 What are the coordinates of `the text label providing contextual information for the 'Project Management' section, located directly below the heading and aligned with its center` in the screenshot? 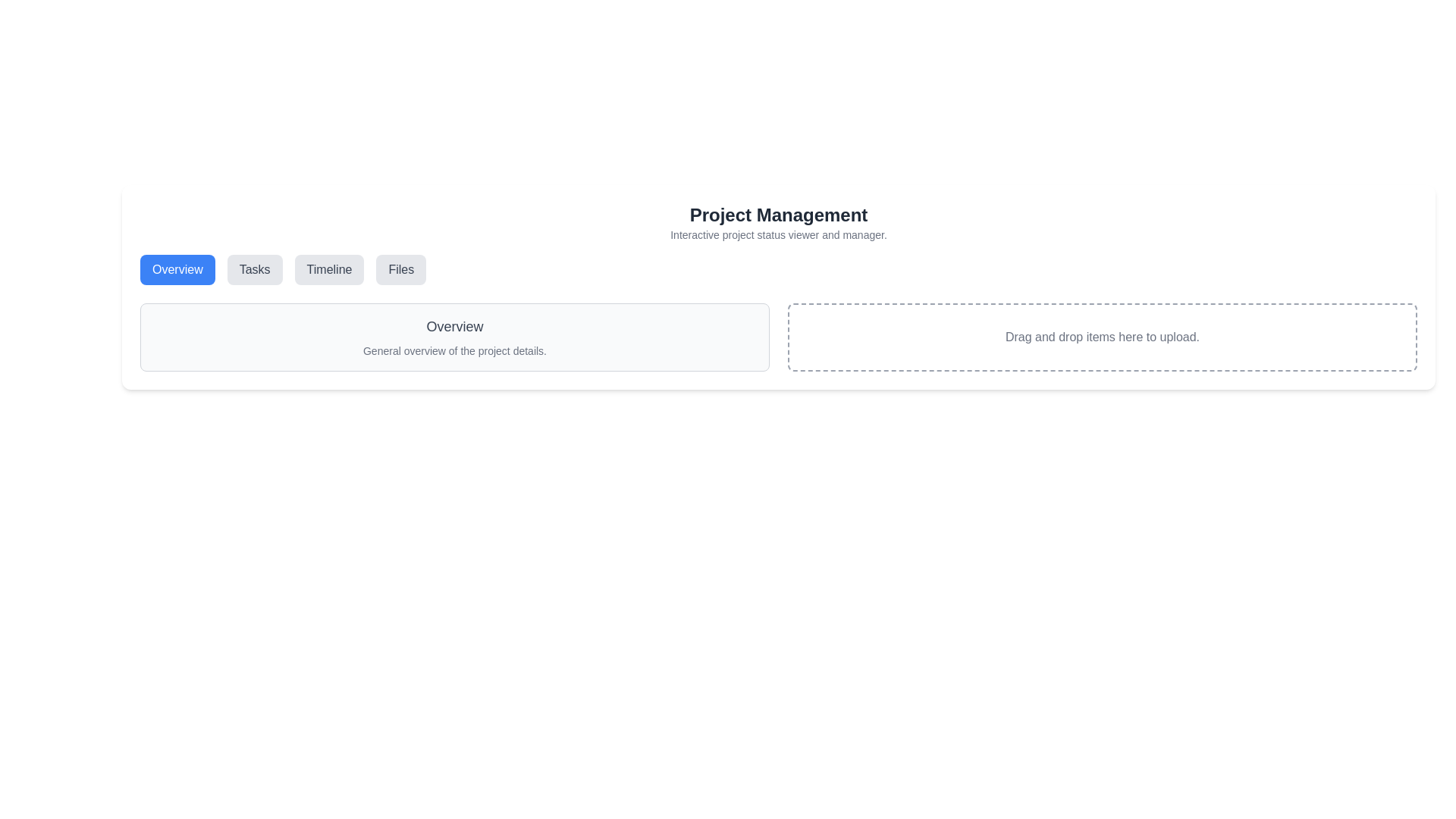 It's located at (779, 234).